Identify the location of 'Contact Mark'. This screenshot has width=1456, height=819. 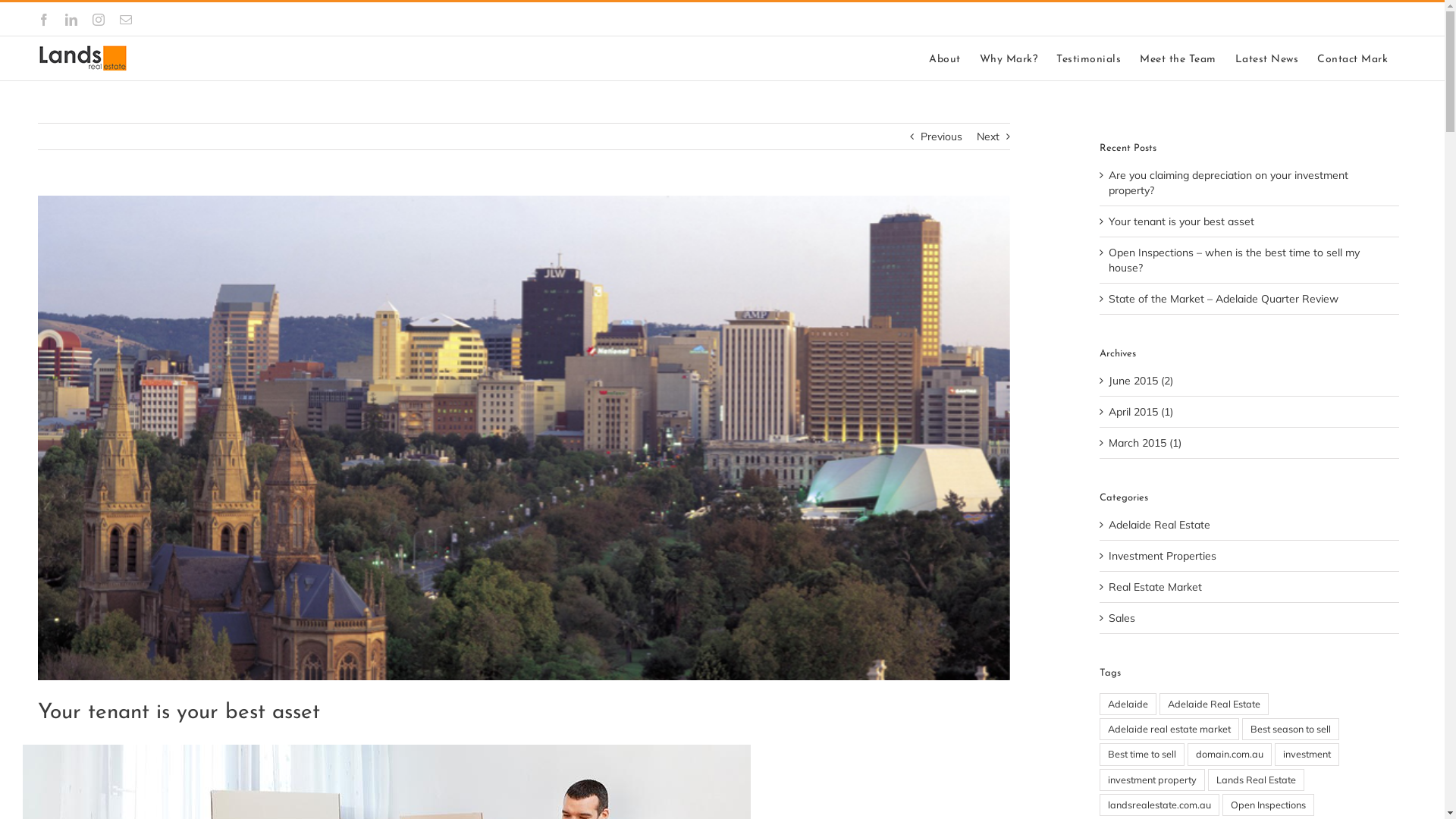
(1352, 58).